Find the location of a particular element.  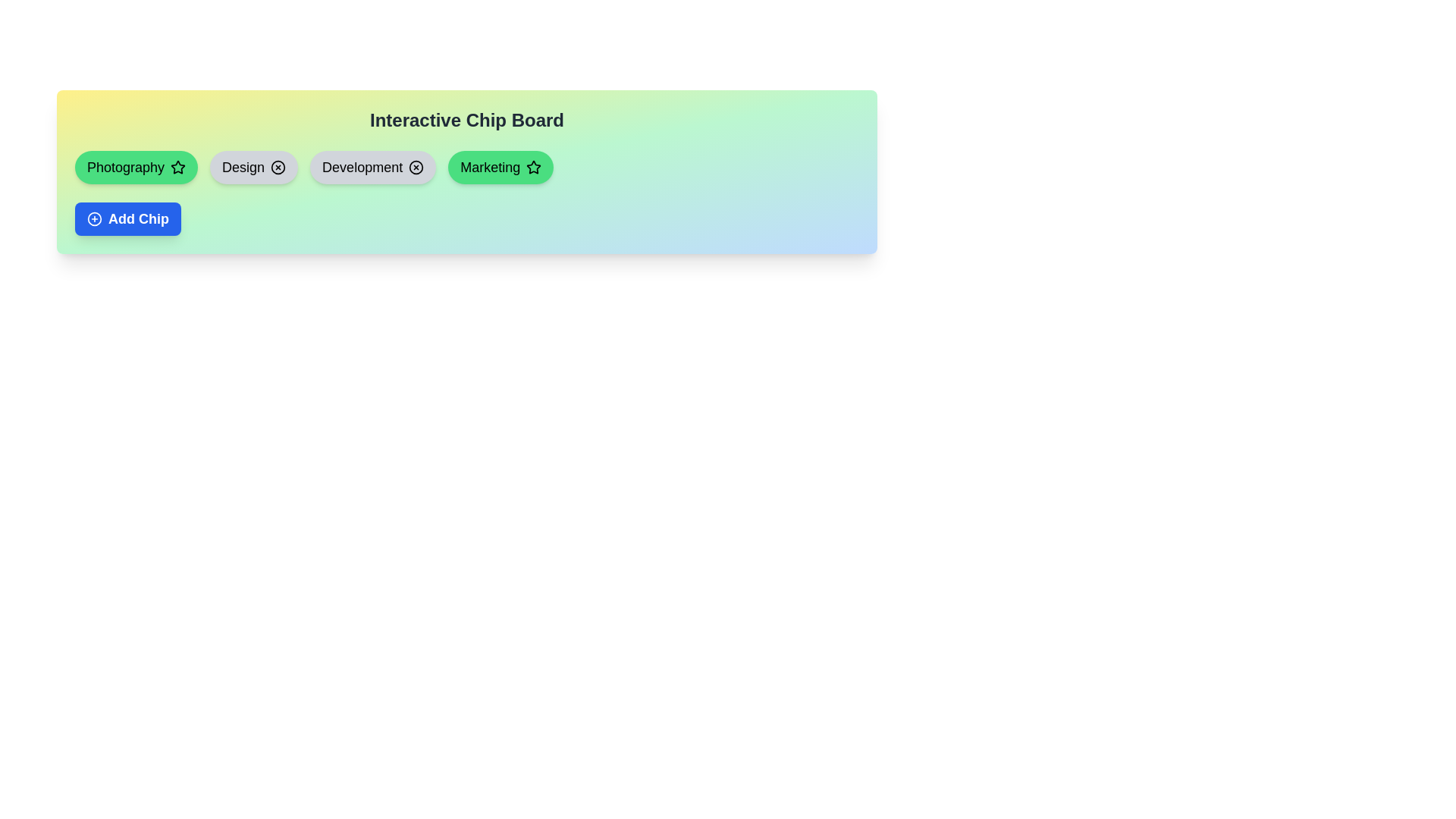

the star icon outlined in black, located within a green circular badge adjacent to the text 'Marketing' within the pill-shaped green button is located at coordinates (534, 167).